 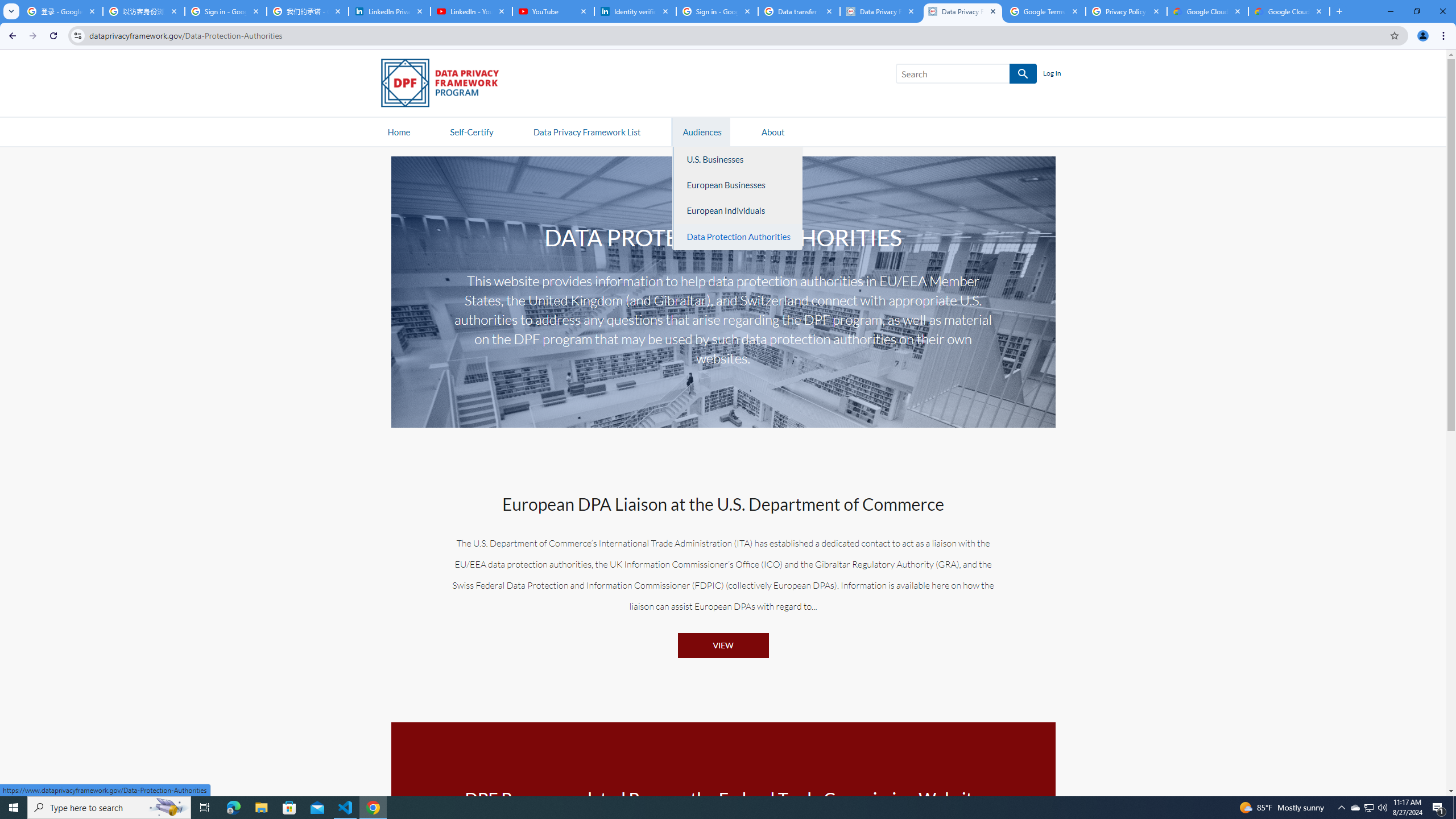 What do you see at coordinates (739, 185) in the screenshot?
I see `'European Businesses'` at bounding box center [739, 185].